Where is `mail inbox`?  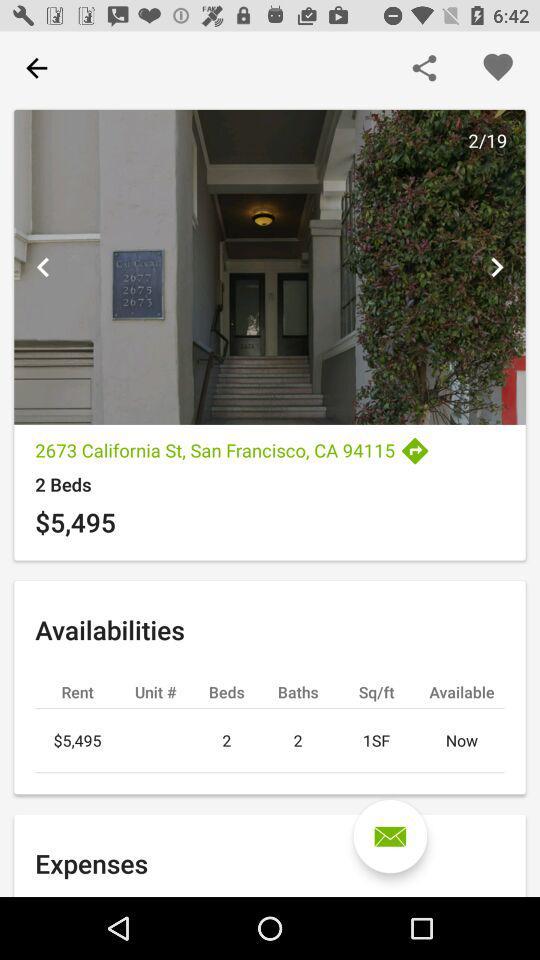
mail inbox is located at coordinates (390, 836).